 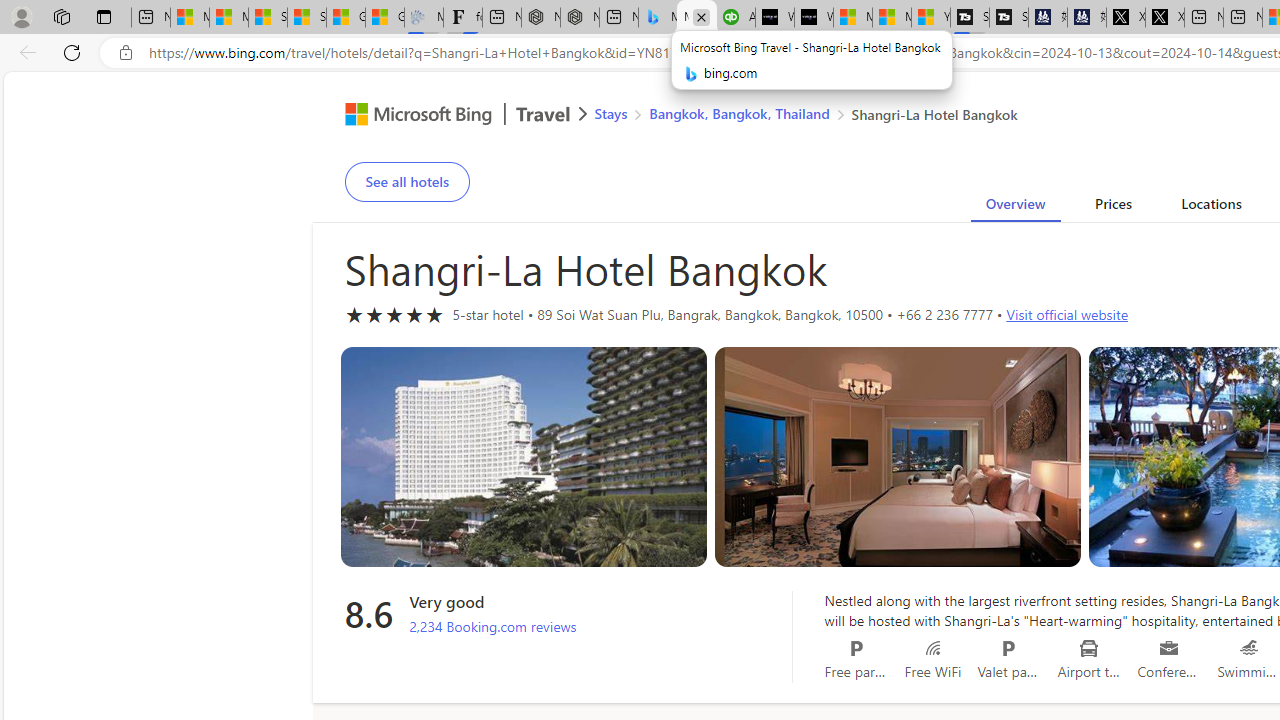 What do you see at coordinates (610, 113) in the screenshot?
I see `'Stays'` at bounding box center [610, 113].